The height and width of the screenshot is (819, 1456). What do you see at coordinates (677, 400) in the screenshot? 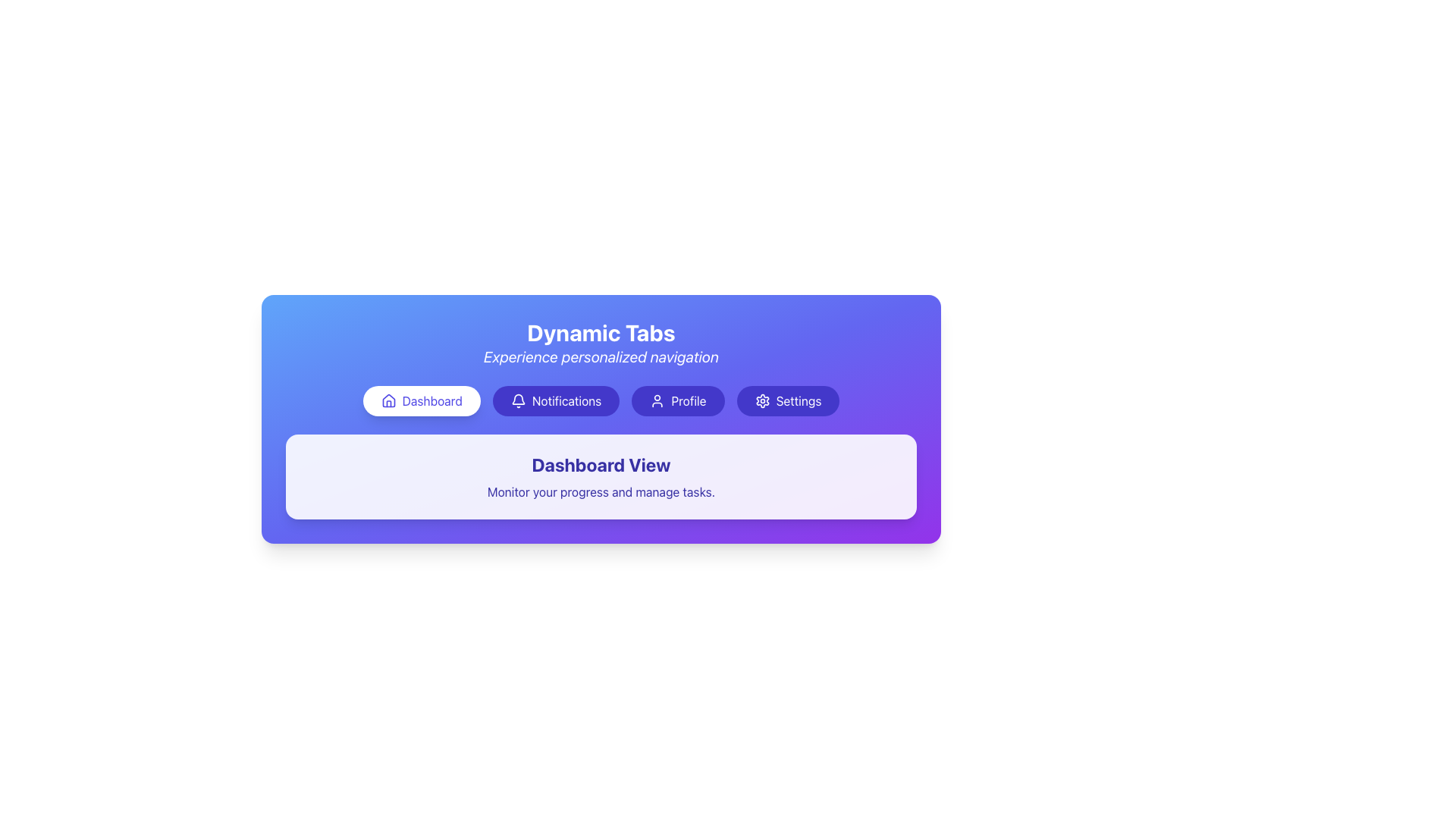
I see `the 'Profile' button, which is a horizontally oriented pill-shaped button with a purple background and user icon on the left, located centrally beneath the title 'Dynamic Tabs'` at bounding box center [677, 400].